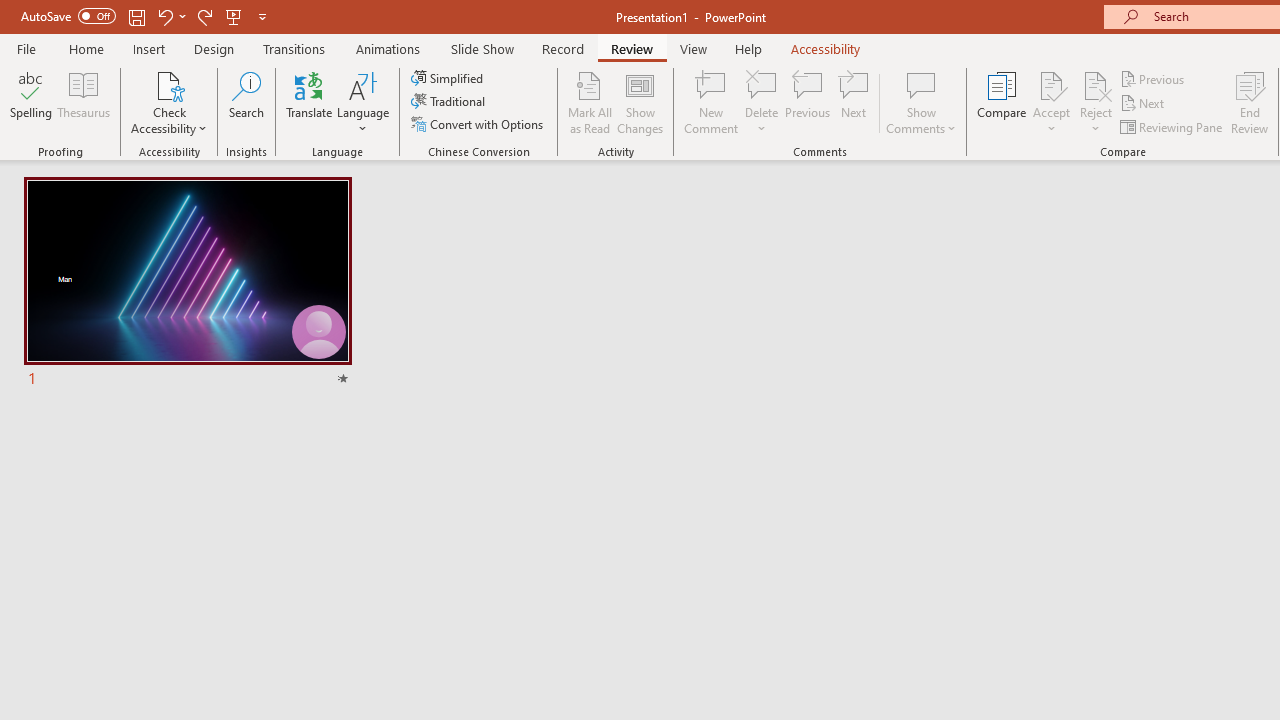 This screenshot has width=1280, height=720. What do you see at coordinates (363, 103) in the screenshot?
I see `'Language'` at bounding box center [363, 103].